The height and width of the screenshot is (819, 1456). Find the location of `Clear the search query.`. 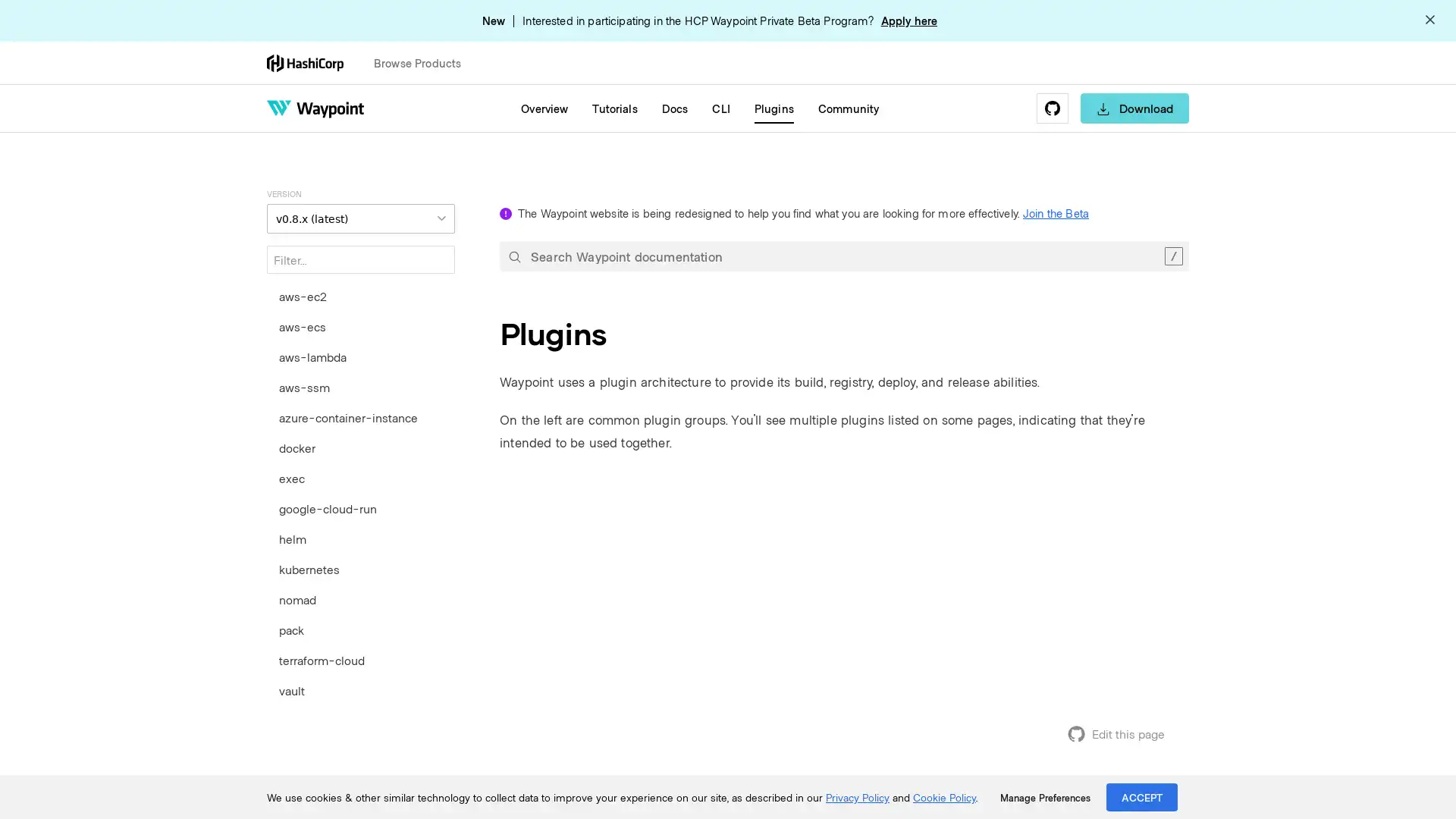

Clear the search query. is located at coordinates (1172, 256).